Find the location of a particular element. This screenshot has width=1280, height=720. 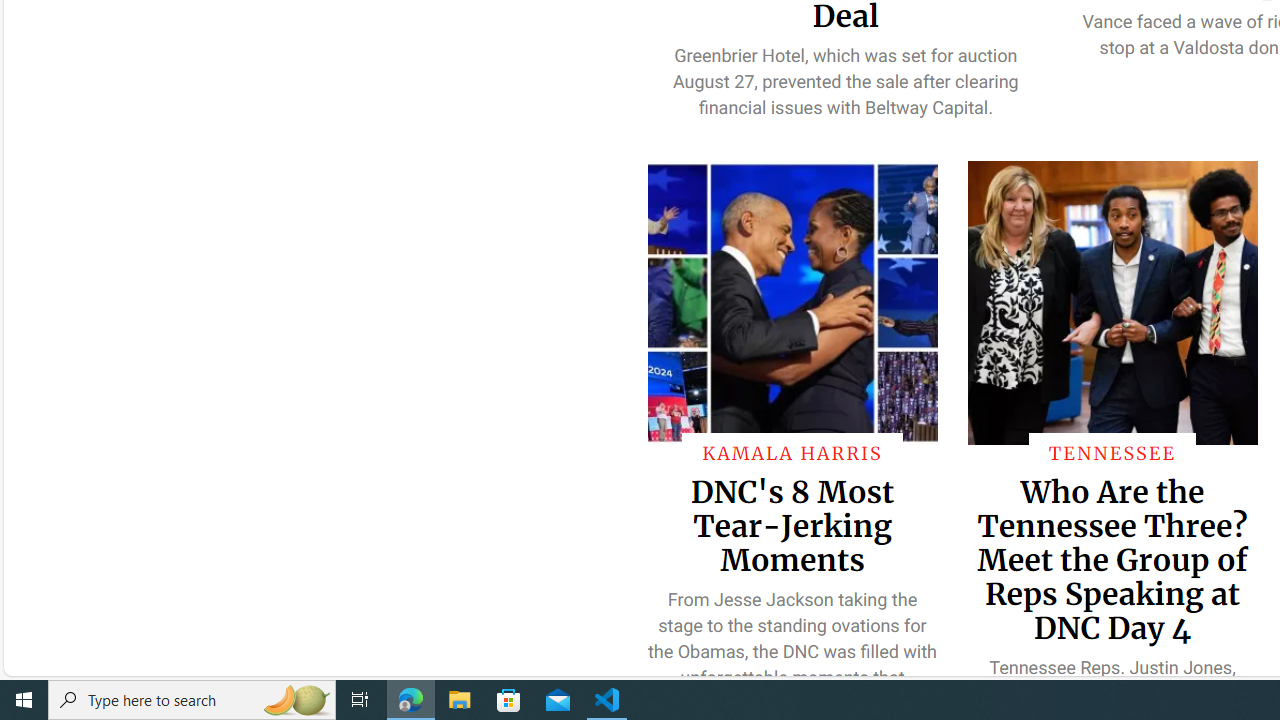

'Visual Studio Code - 1 running window' is located at coordinates (606, 698).